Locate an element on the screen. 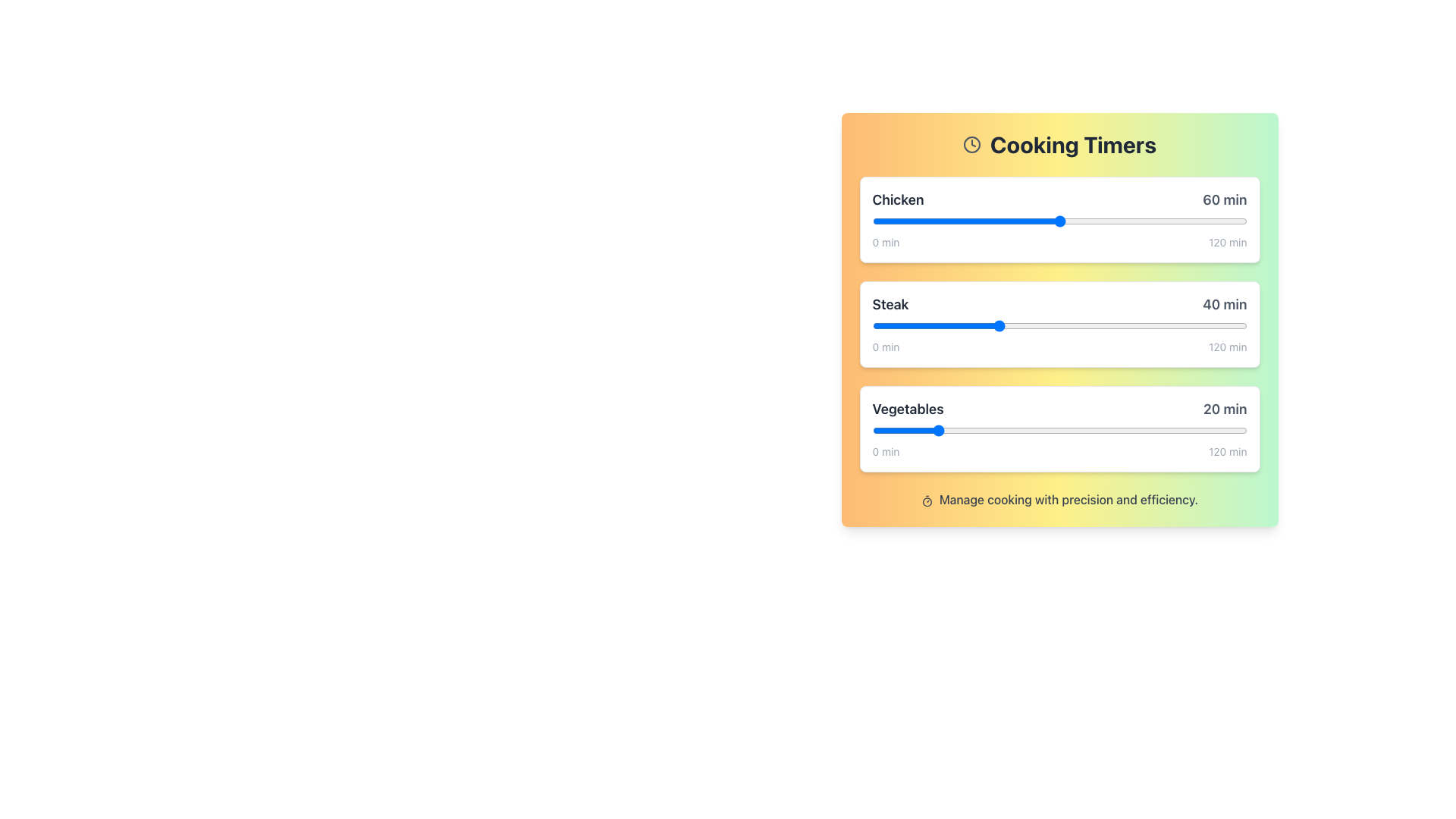  displayed value '0 min' from the static text label positioned beneath the 'Vegetables' slider in the timer card interface is located at coordinates (886, 451).